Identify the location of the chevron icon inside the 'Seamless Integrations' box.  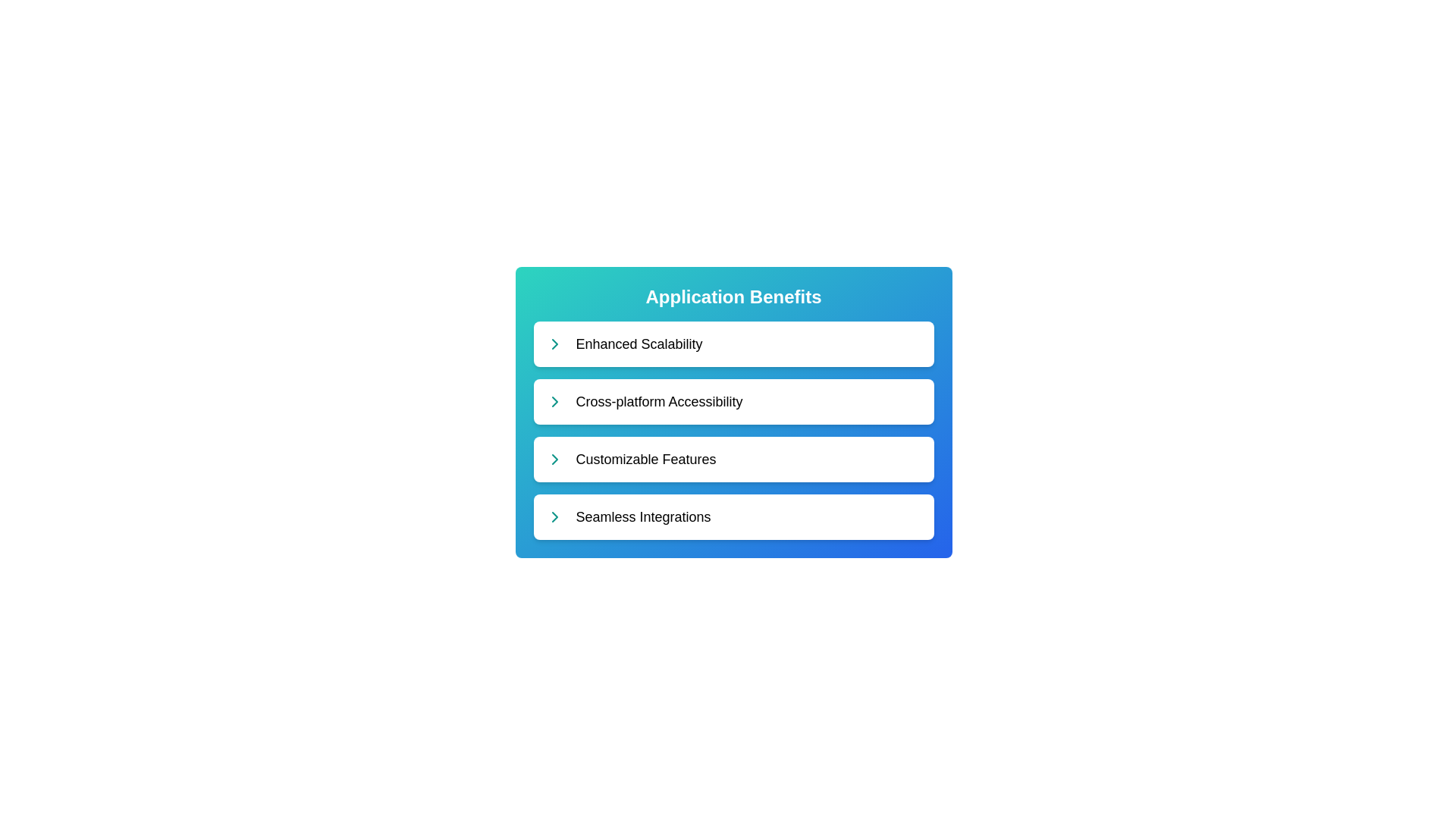
(554, 516).